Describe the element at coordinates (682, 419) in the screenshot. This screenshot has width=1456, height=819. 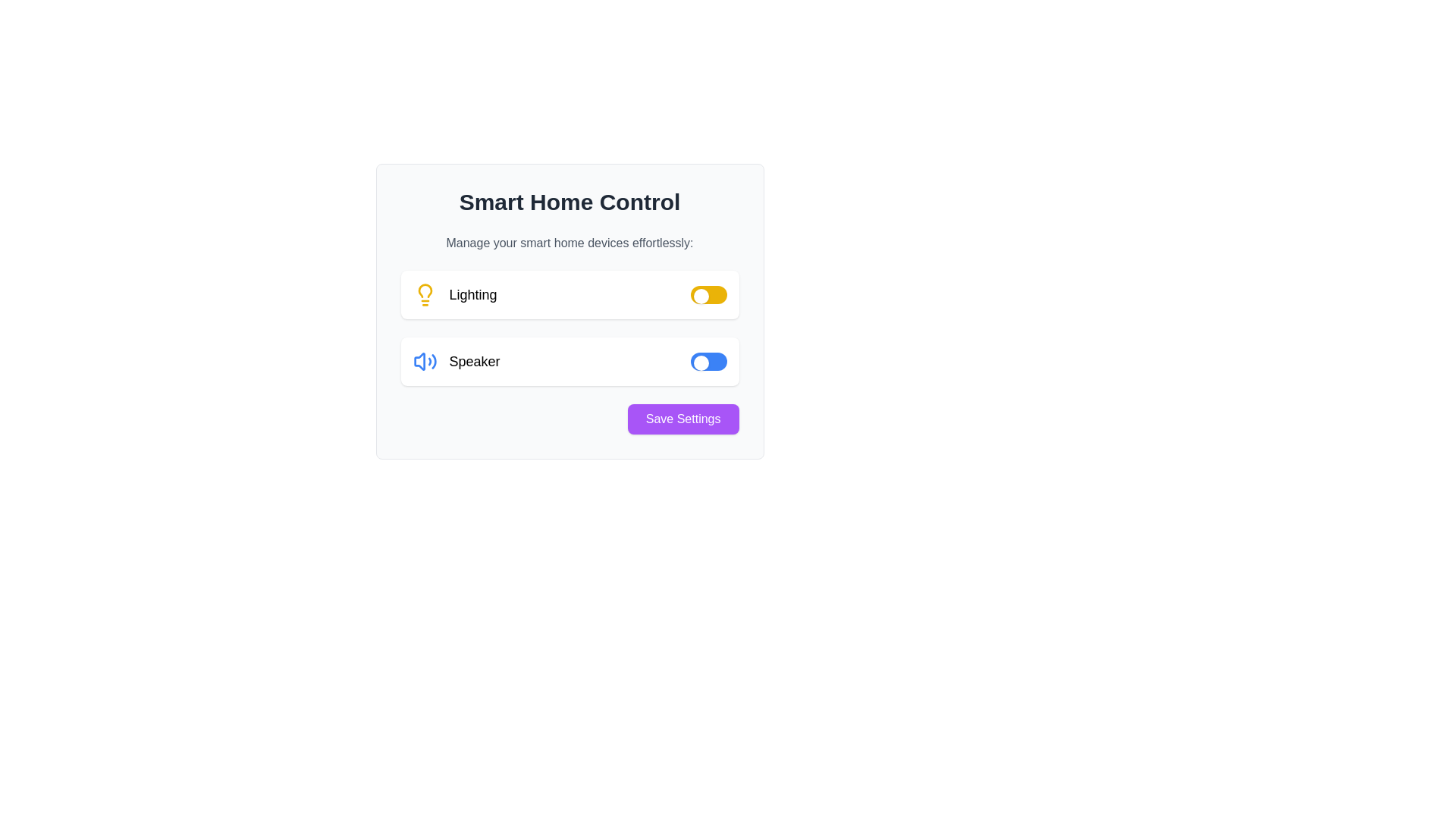
I see `the save button located at the bottom of the Smart Home Control panel` at that location.